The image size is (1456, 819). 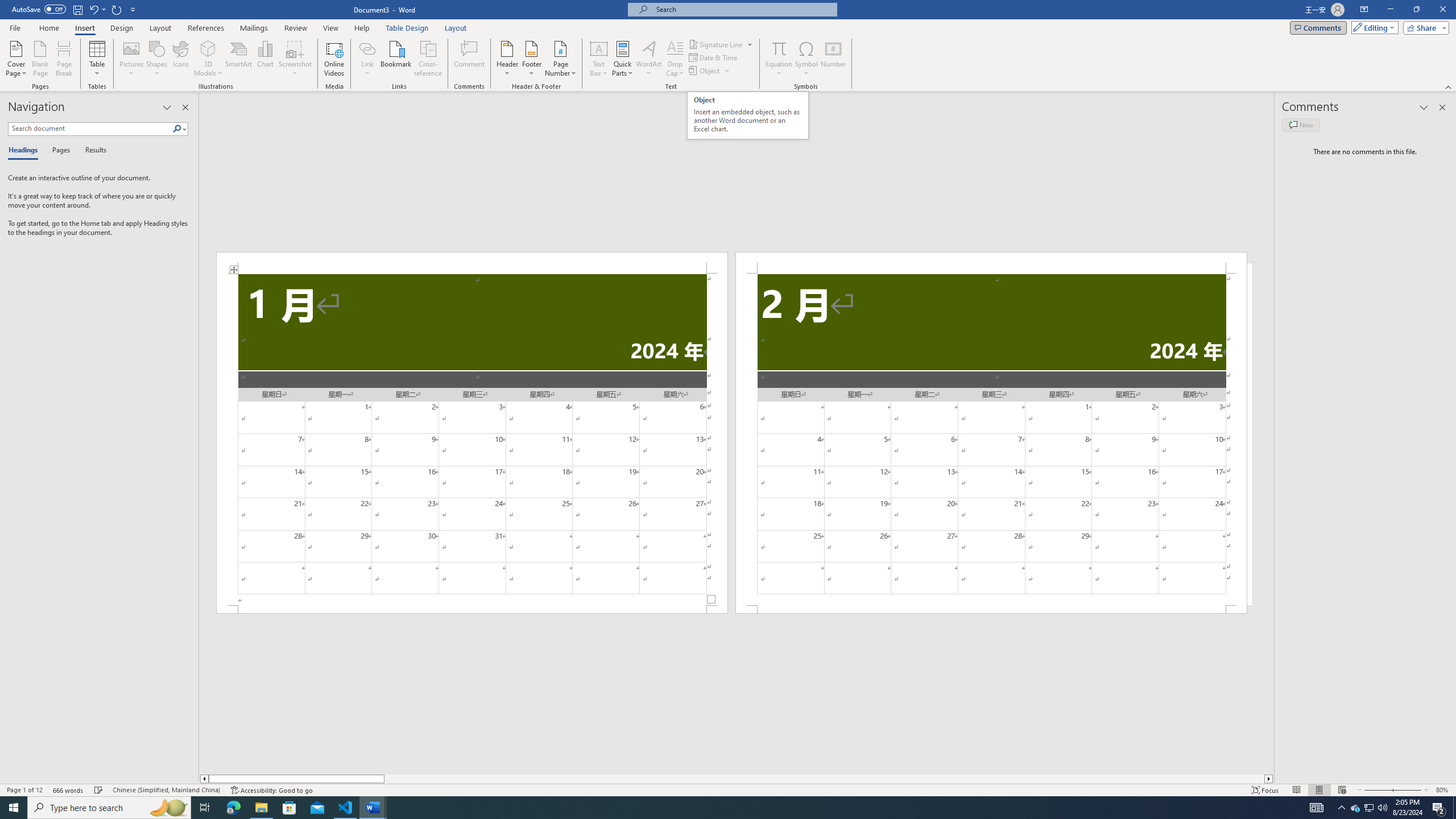 What do you see at coordinates (396, 59) in the screenshot?
I see `'Bookmark...'` at bounding box center [396, 59].